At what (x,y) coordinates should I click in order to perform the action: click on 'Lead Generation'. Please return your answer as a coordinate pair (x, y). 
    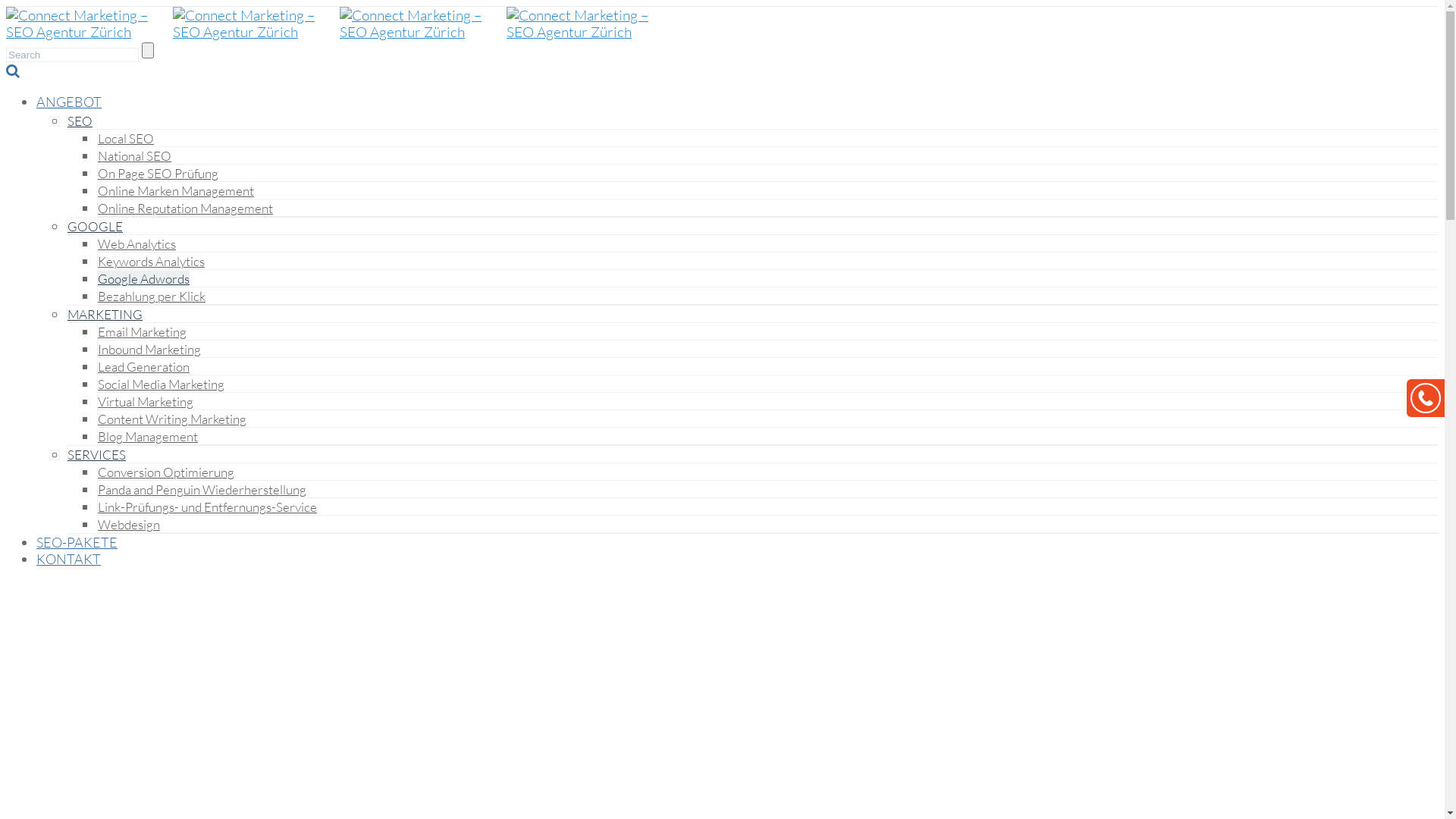
    Looking at the image, I should click on (96, 366).